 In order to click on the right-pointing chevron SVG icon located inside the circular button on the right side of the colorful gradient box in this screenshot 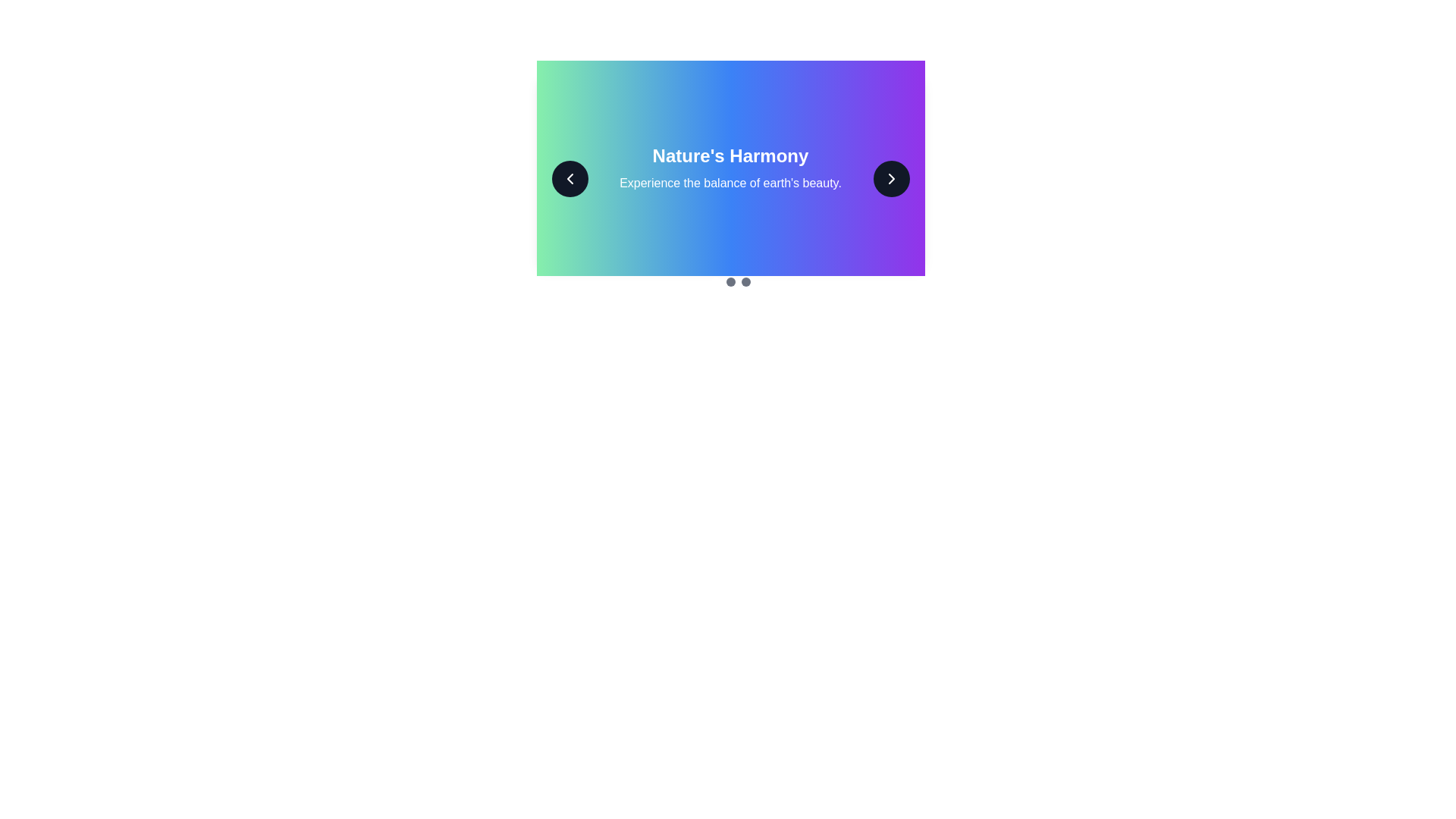, I will do `click(891, 177)`.